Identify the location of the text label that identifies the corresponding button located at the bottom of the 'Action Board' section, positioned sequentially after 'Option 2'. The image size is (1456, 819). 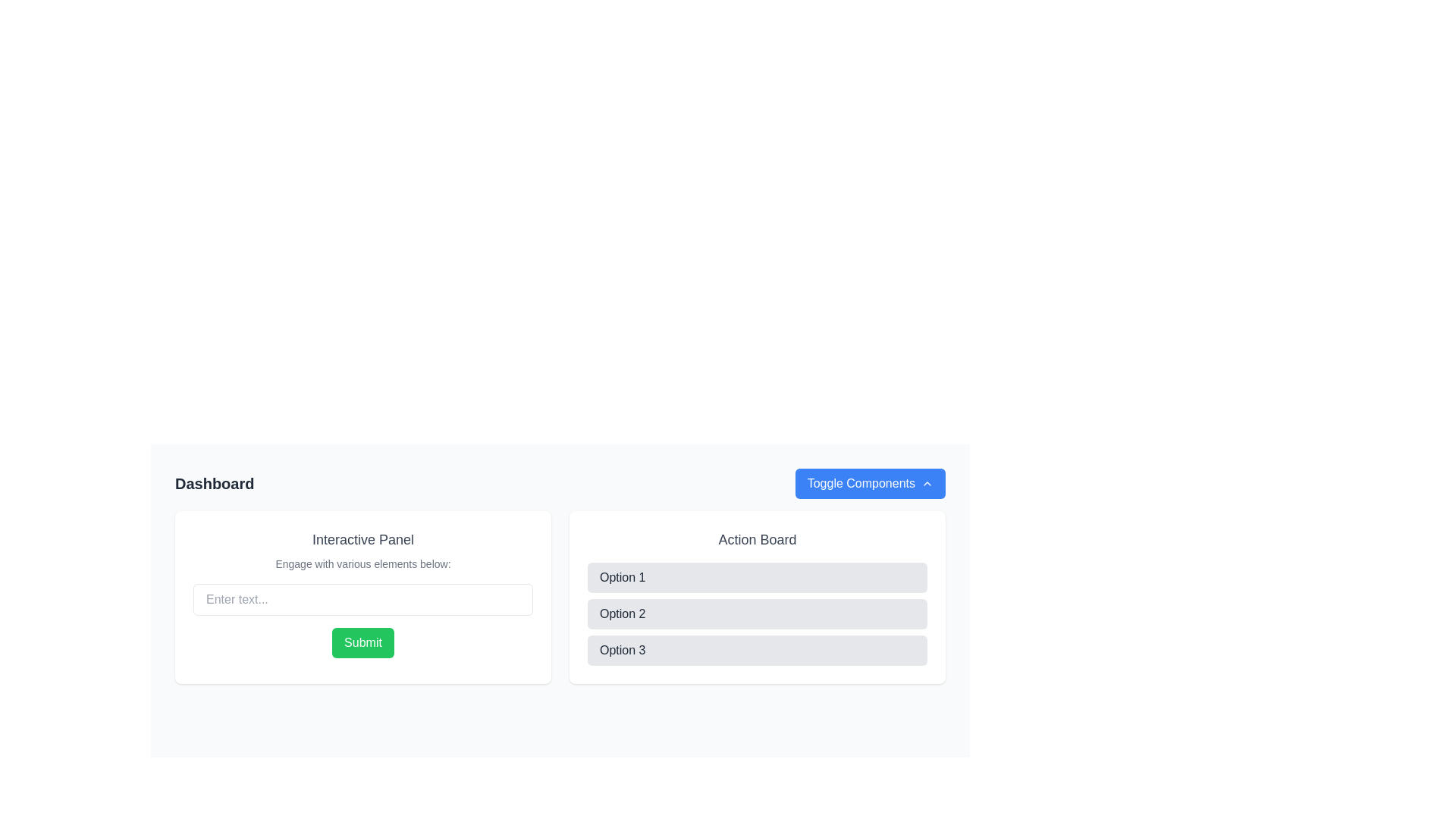
(623, 649).